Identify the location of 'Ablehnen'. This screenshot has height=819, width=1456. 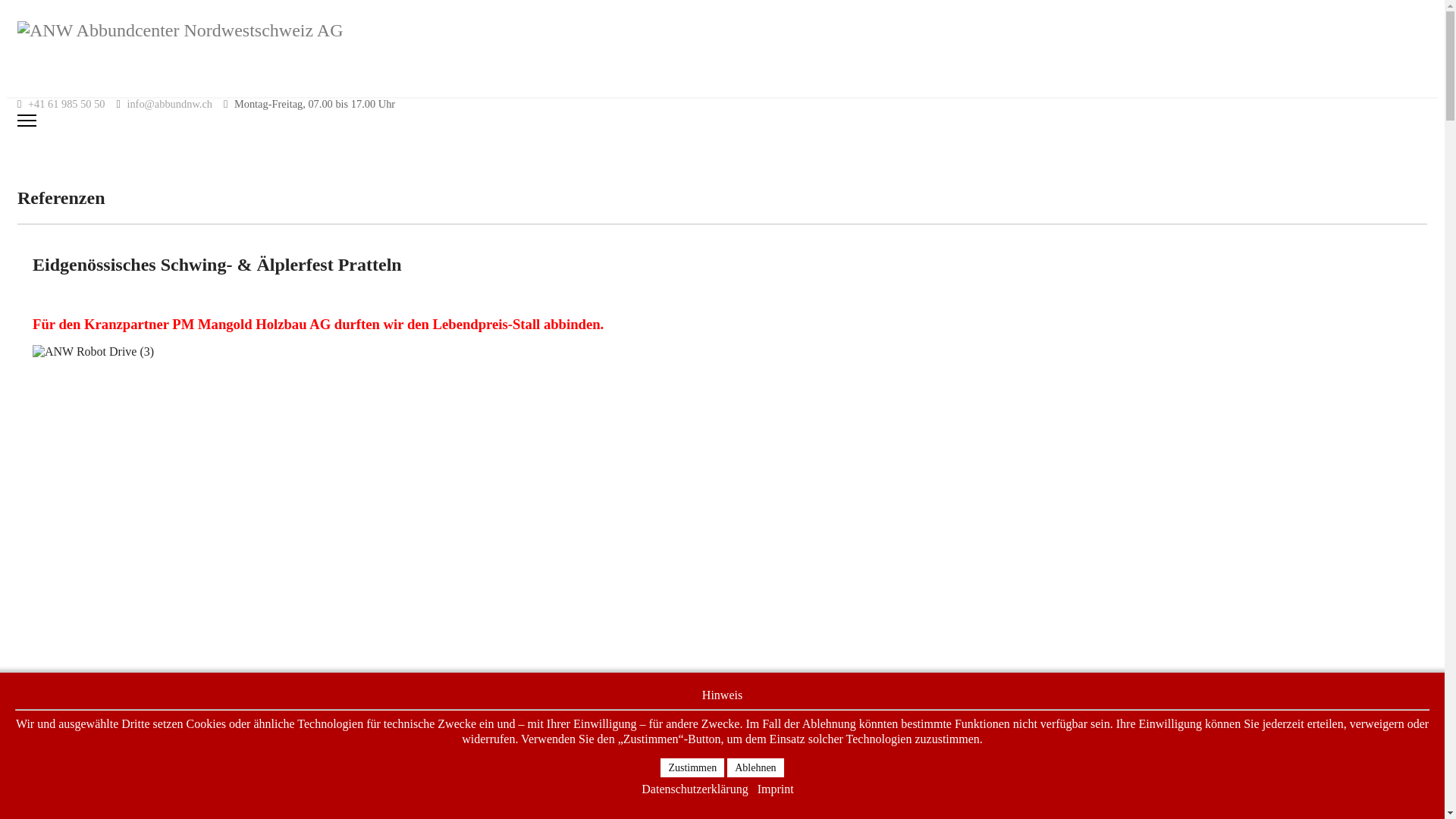
(726, 767).